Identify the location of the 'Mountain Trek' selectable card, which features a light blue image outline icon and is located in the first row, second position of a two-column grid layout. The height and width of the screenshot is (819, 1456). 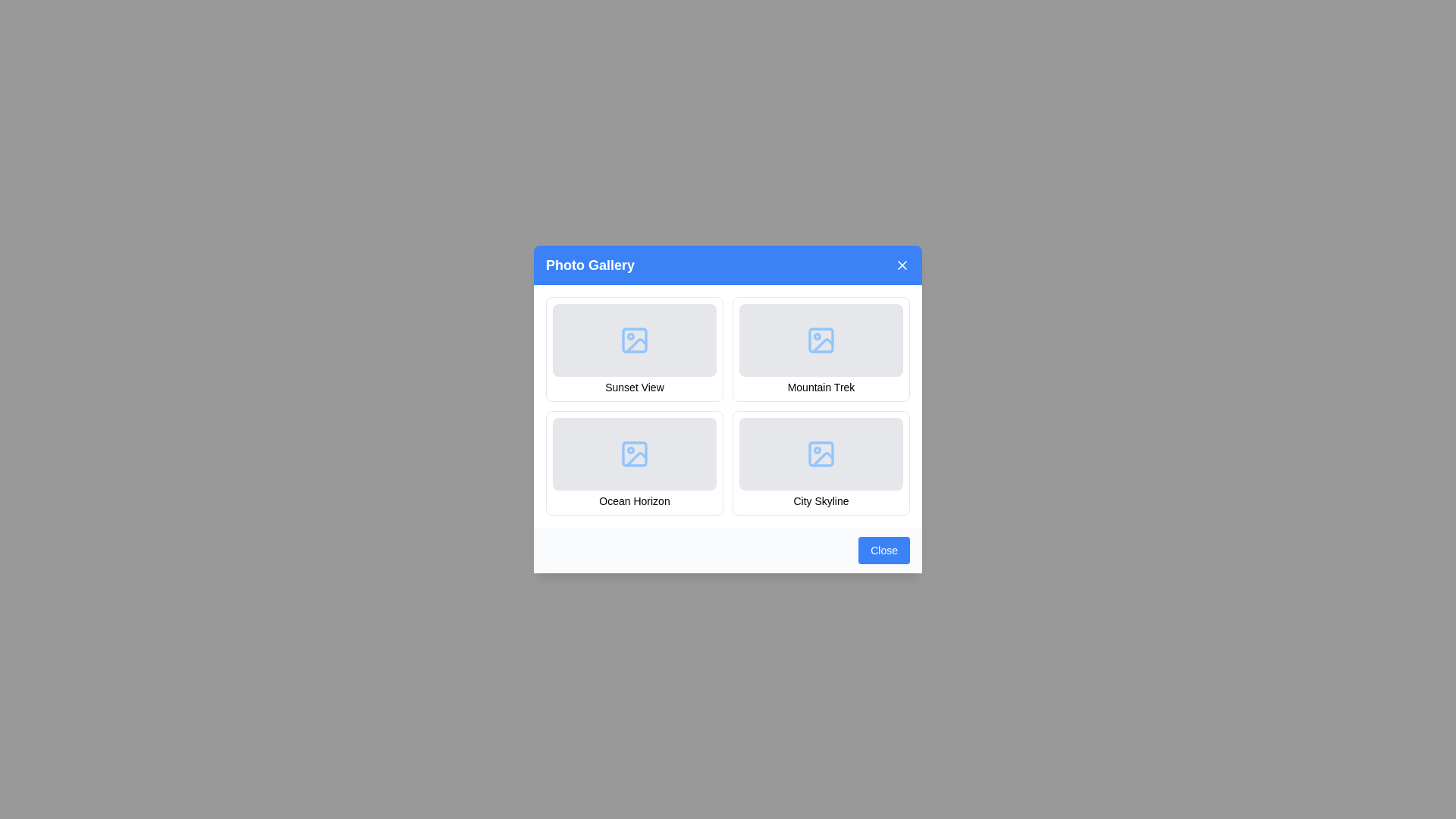
(821, 350).